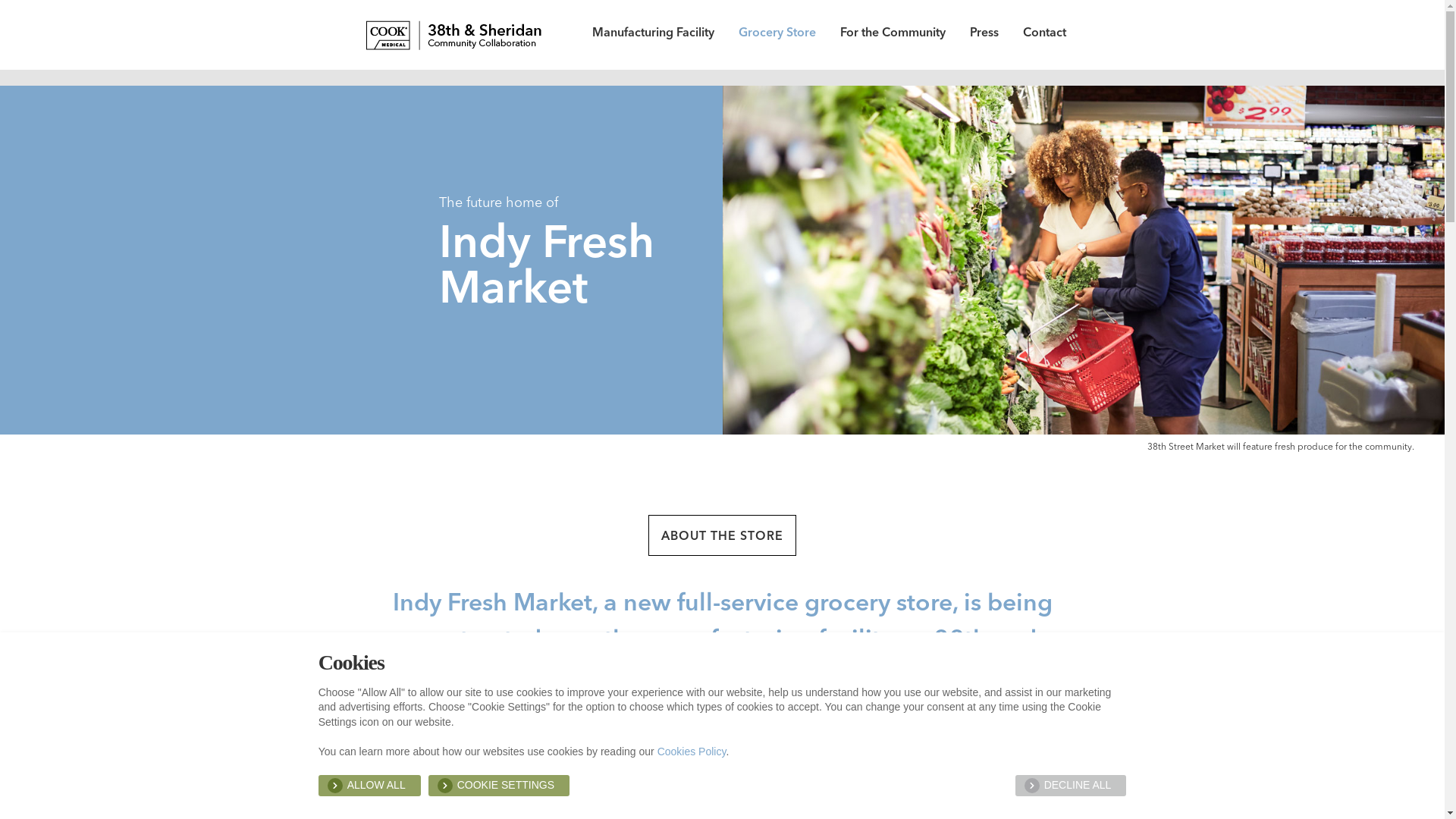 The height and width of the screenshot is (819, 1456). What do you see at coordinates (1043, 34) in the screenshot?
I see `'Contact'` at bounding box center [1043, 34].